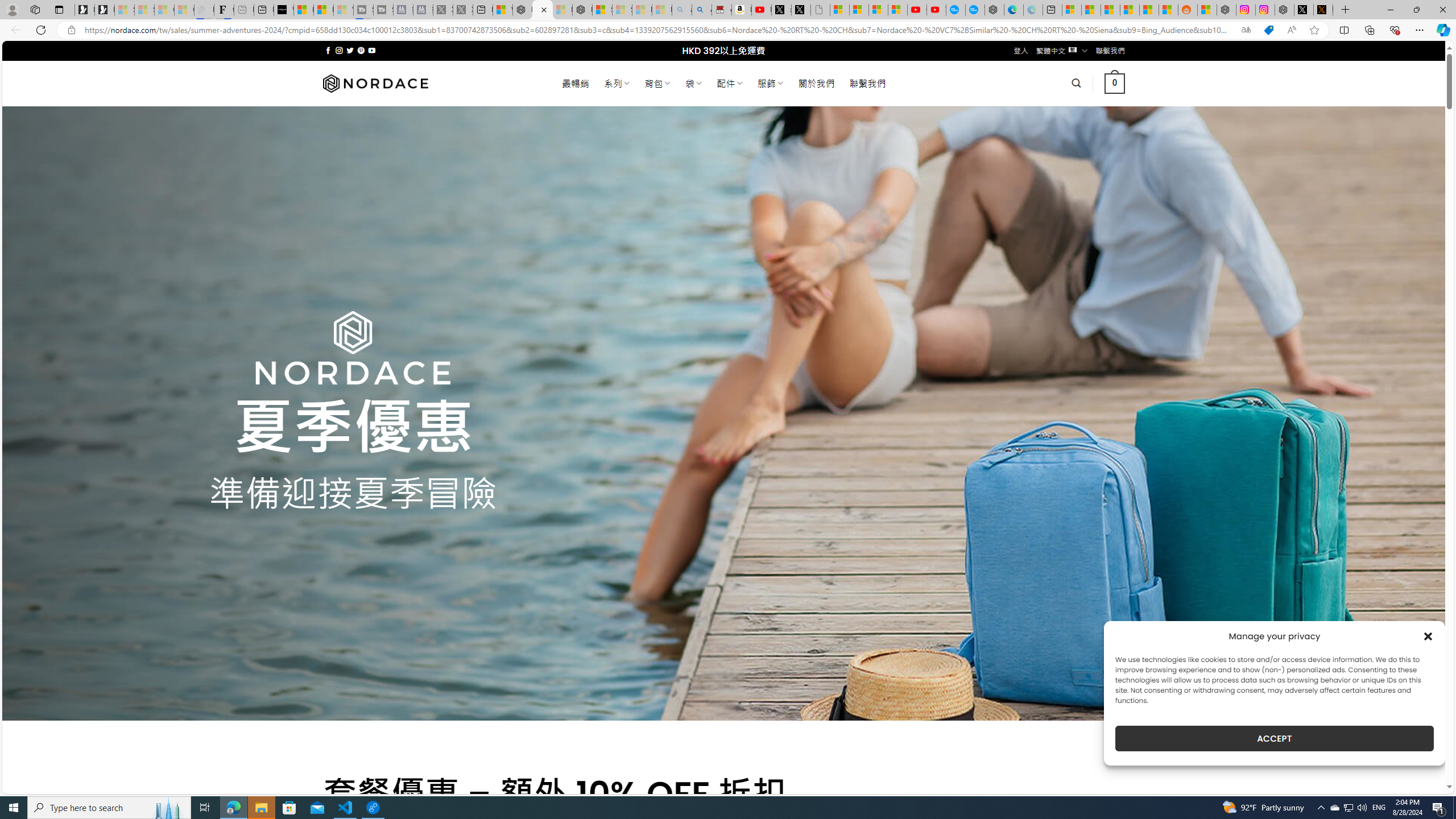 The image size is (1456, 819). Describe the element at coordinates (1115, 82) in the screenshot. I see `'  0  '` at that location.